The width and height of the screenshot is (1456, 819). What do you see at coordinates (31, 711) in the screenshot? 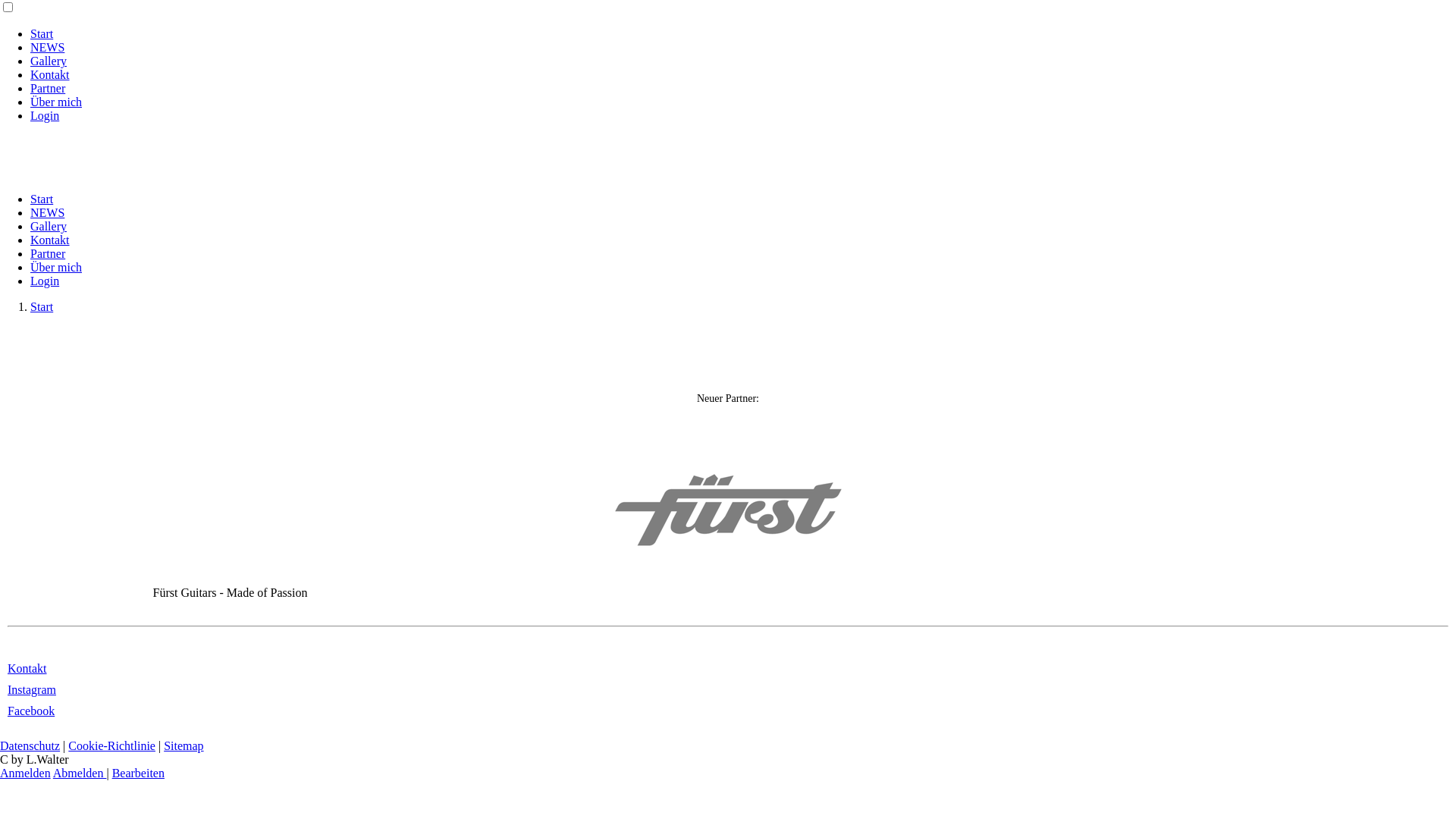
I see `'Facebook'` at bounding box center [31, 711].